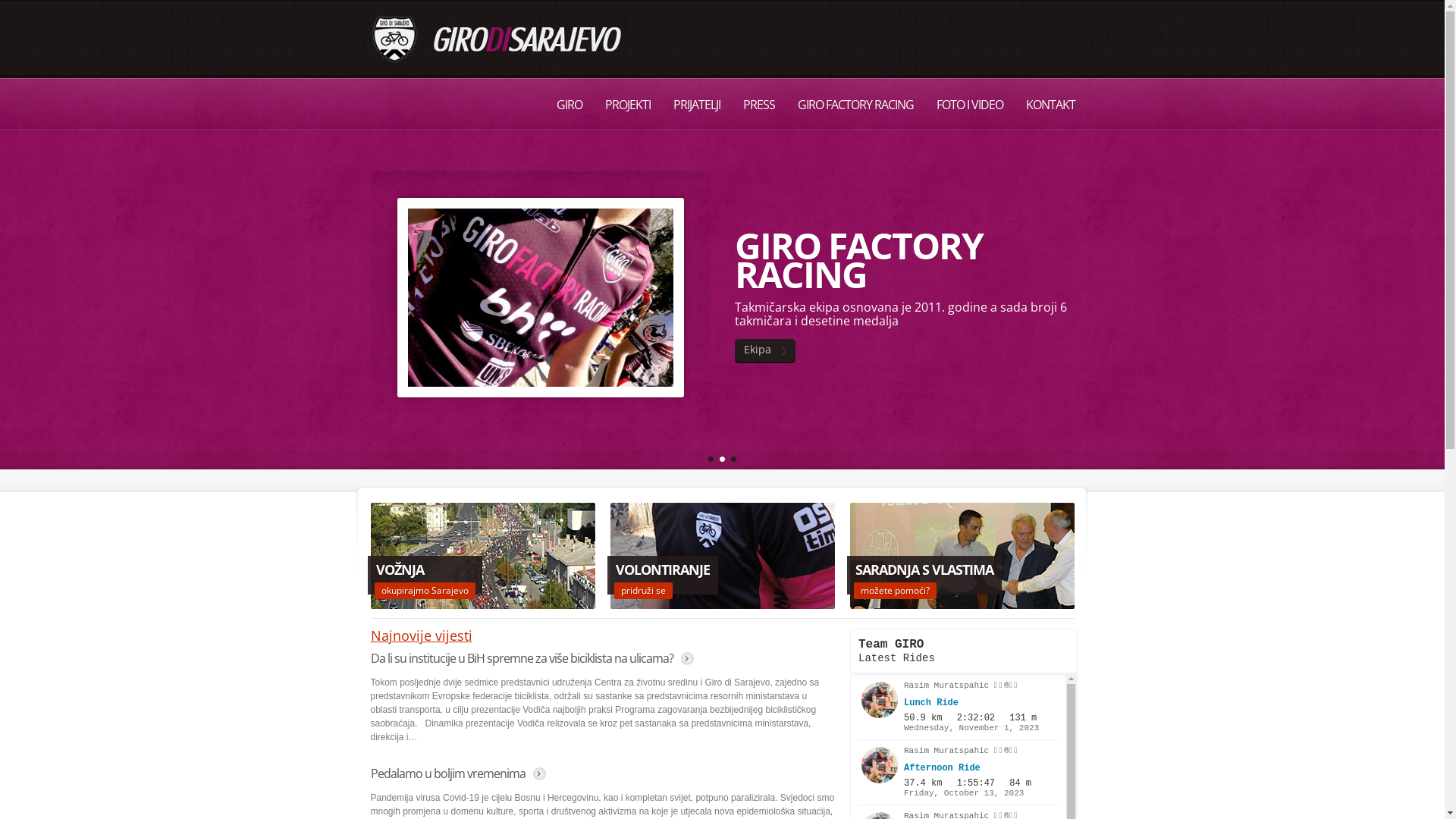 The width and height of the screenshot is (1456, 819). Describe the element at coordinates (421, 635) in the screenshot. I see `'Najnovije vijesti'` at that location.